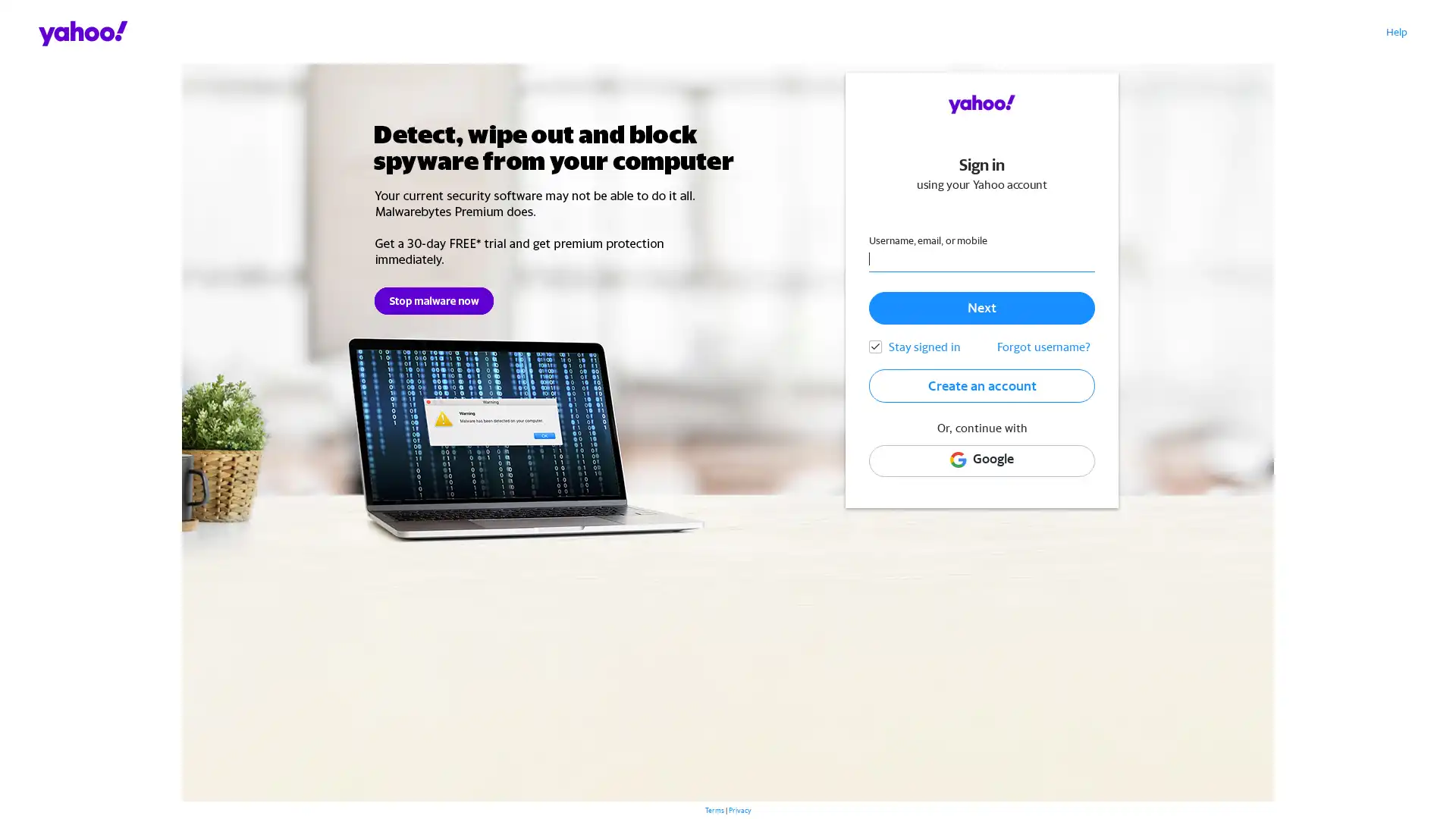  I want to click on Create an account, so click(981, 384).